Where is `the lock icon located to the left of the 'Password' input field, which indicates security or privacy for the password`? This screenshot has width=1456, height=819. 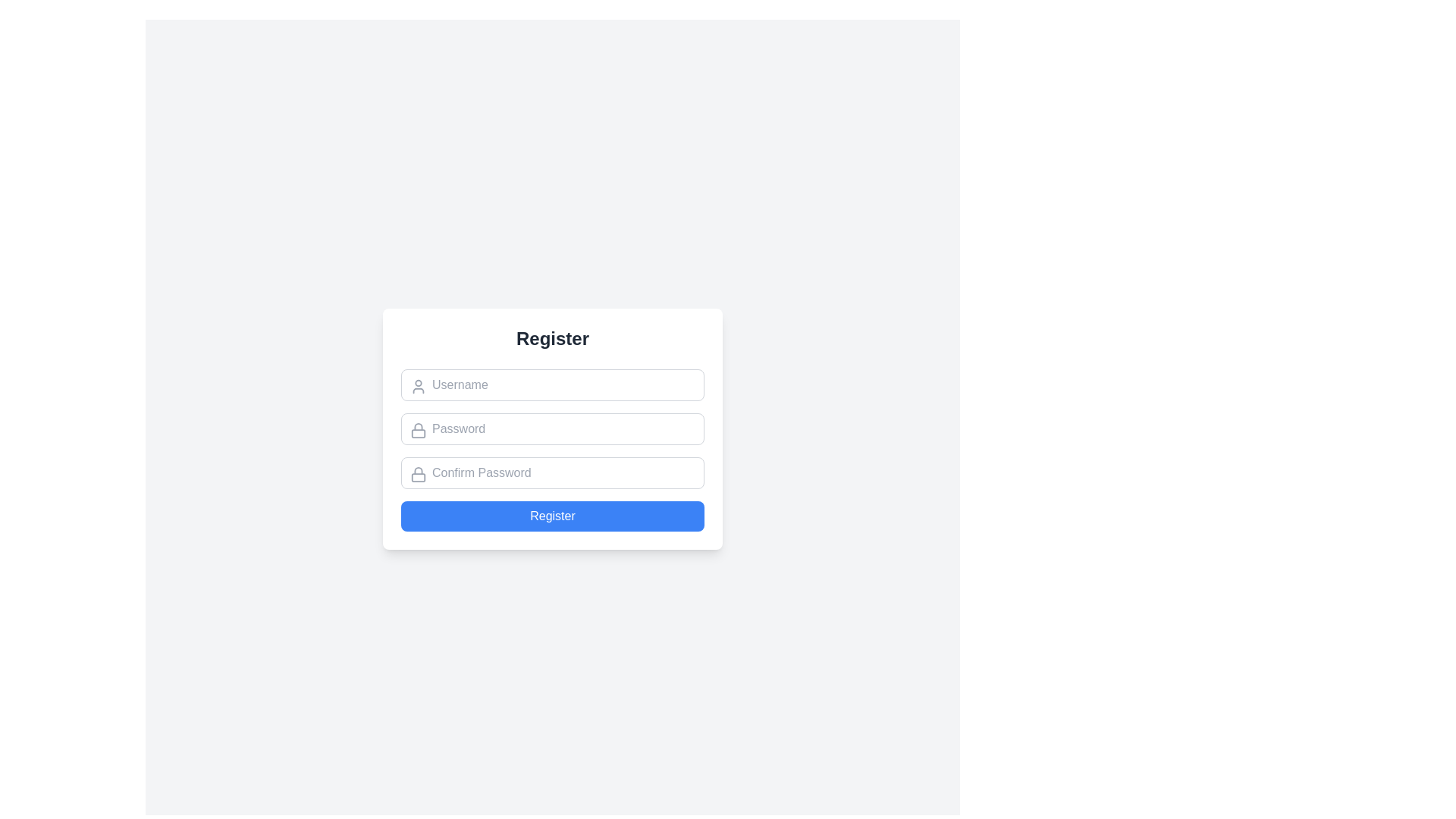 the lock icon located to the left of the 'Password' input field, which indicates security or privacy for the password is located at coordinates (419, 430).